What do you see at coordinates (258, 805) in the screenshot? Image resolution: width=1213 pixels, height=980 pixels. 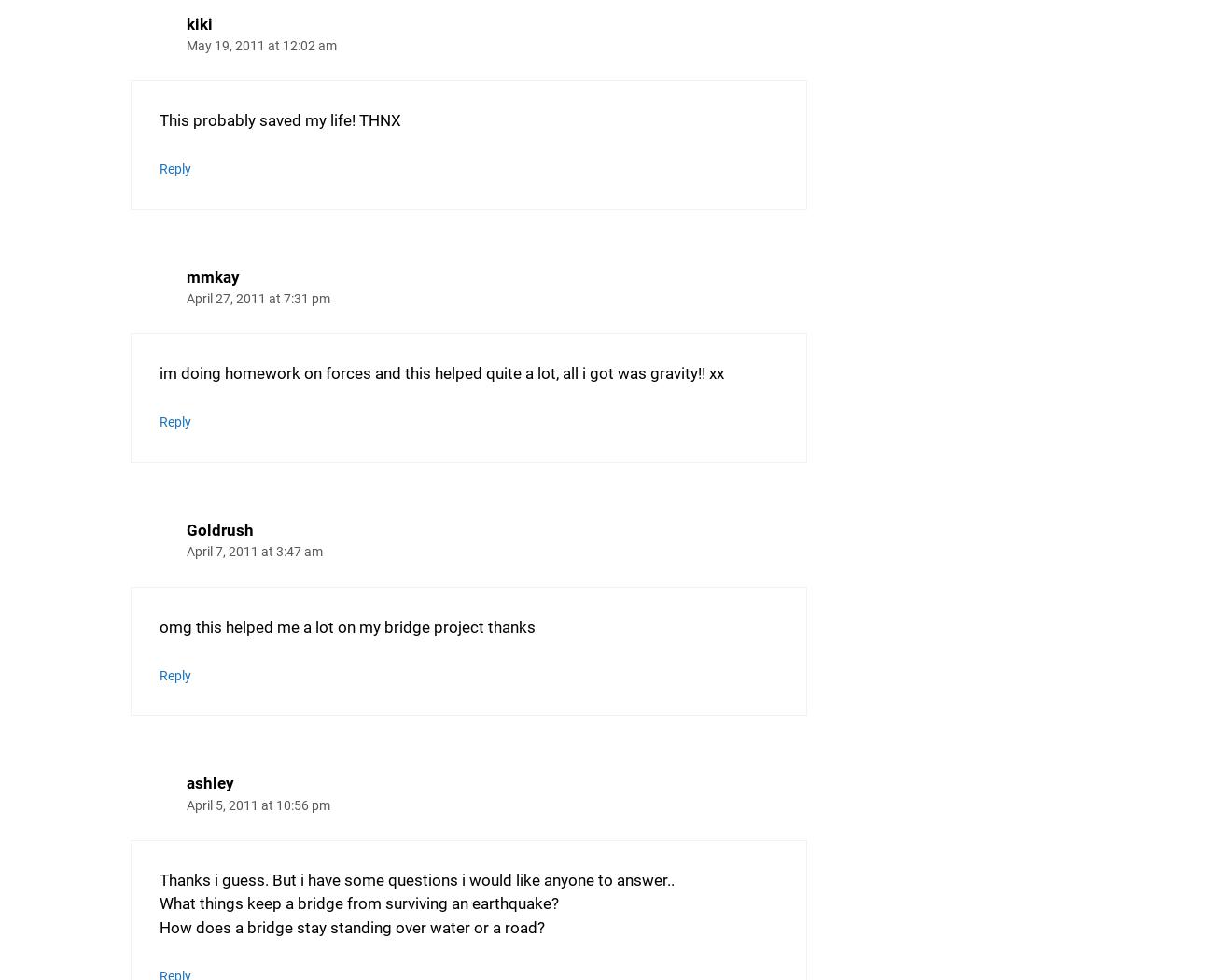 I see `'April 5, 2011 at 10:56 pm'` at bounding box center [258, 805].